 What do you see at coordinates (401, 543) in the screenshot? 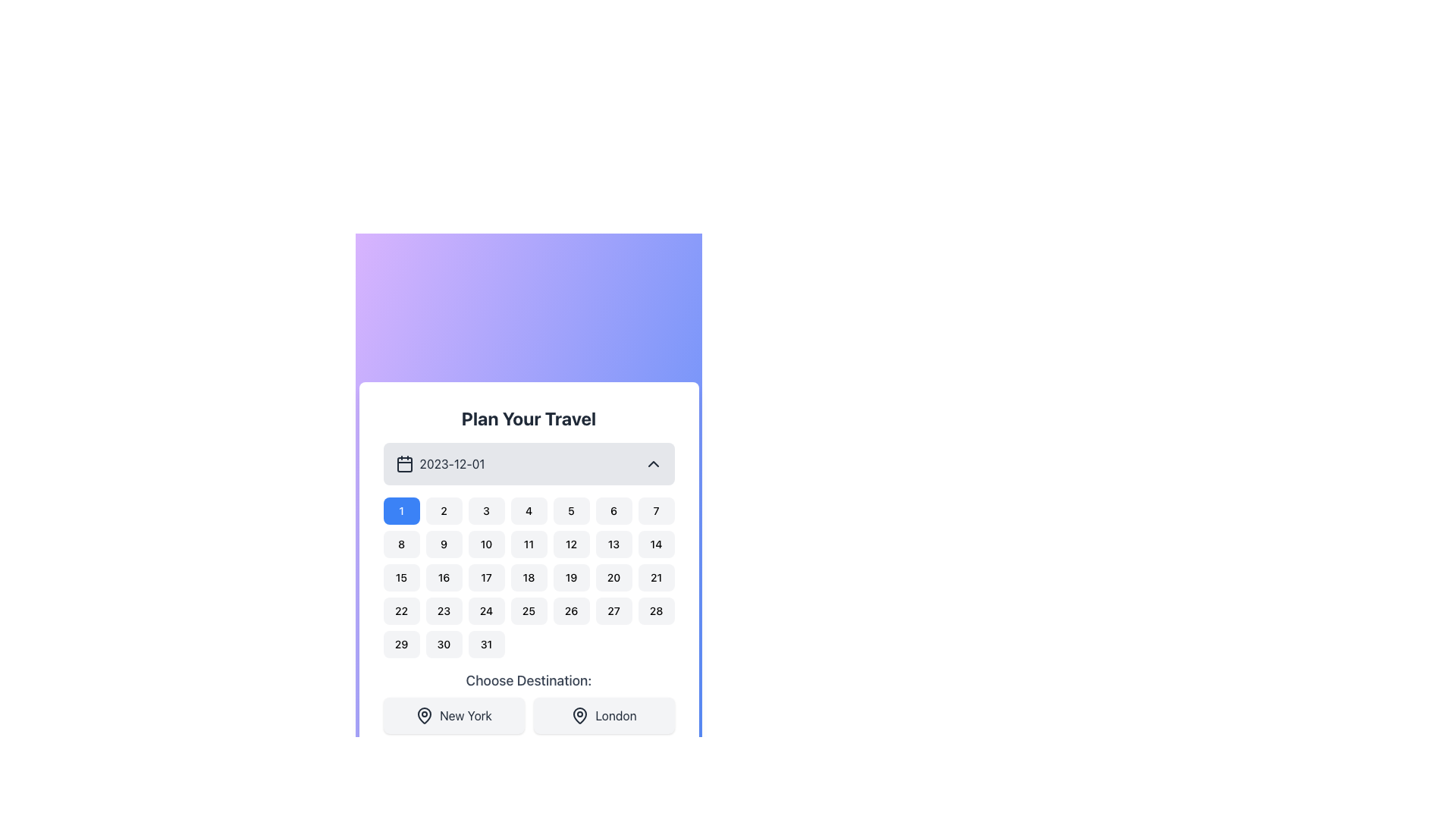
I see `the selectable day button for day 8 in the calendar interface` at bounding box center [401, 543].